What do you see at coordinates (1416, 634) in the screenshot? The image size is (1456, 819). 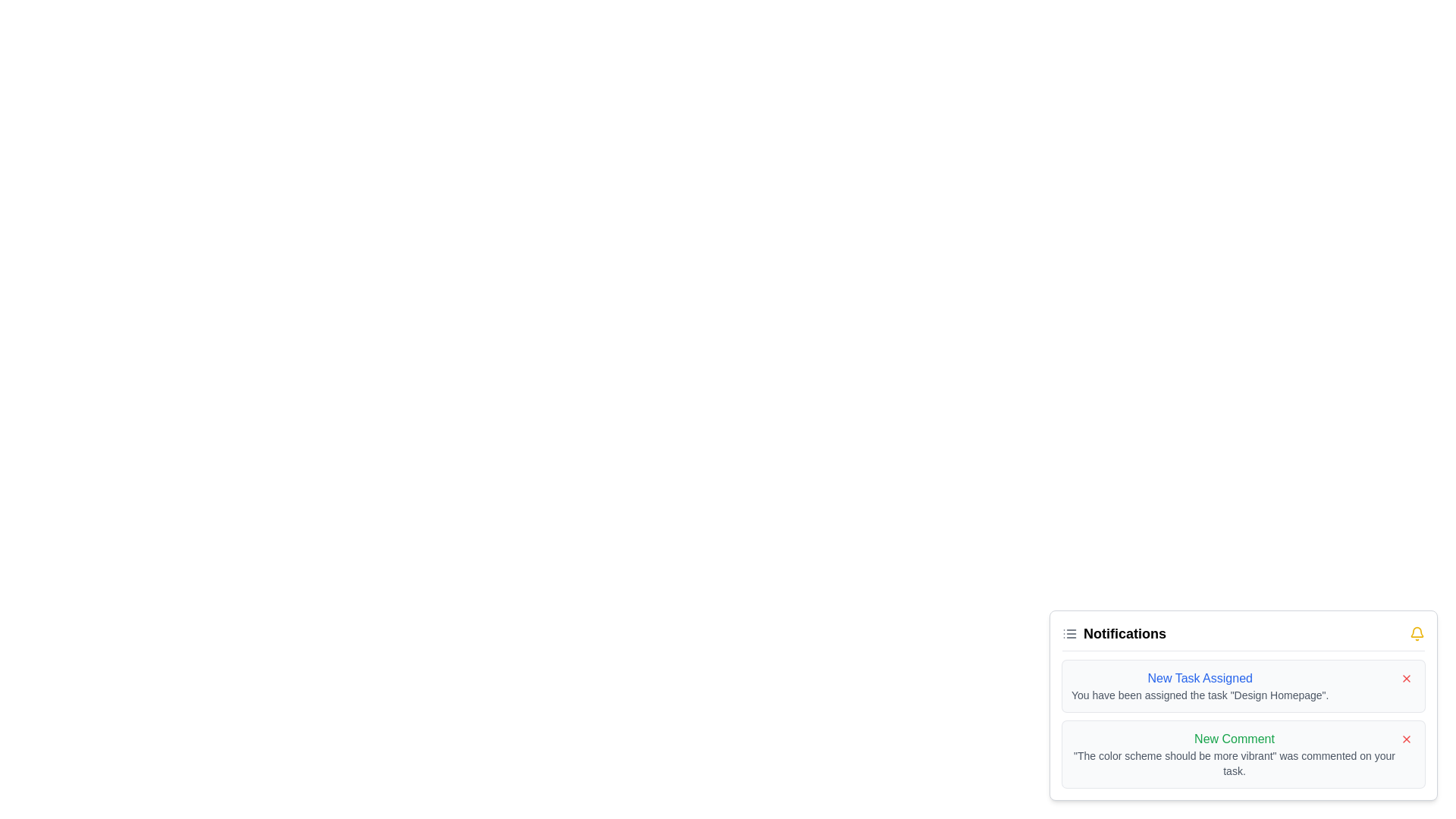 I see `the yellow bell-shaped icon located at the top right corner of the 'Notifications' section` at bounding box center [1416, 634].